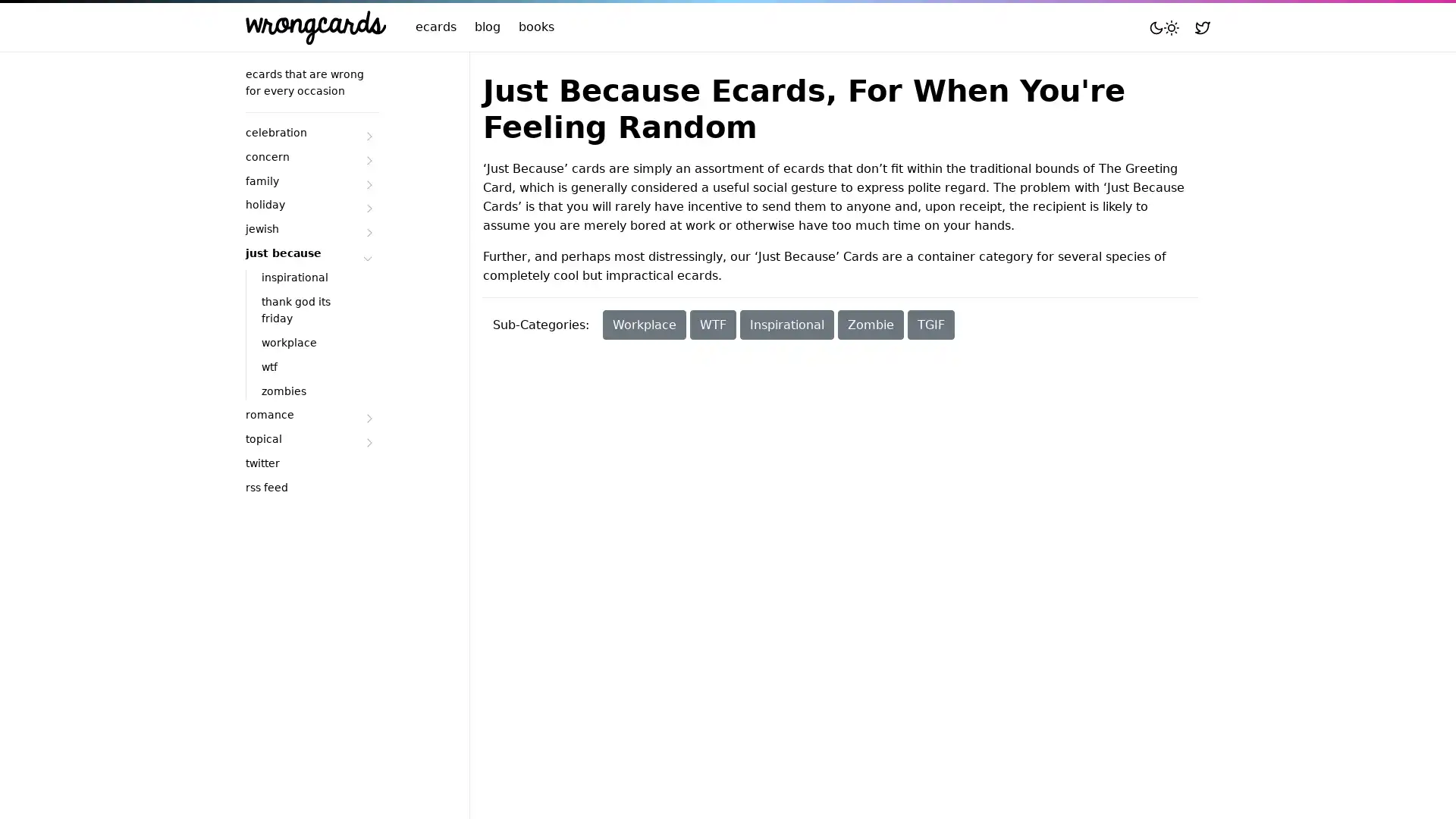 The width and height of the screenshot is (1456, 819). What do you see at coordinates (367, 256) in the screenshot?
I see `Submenu` at bounding box center [367, 256].